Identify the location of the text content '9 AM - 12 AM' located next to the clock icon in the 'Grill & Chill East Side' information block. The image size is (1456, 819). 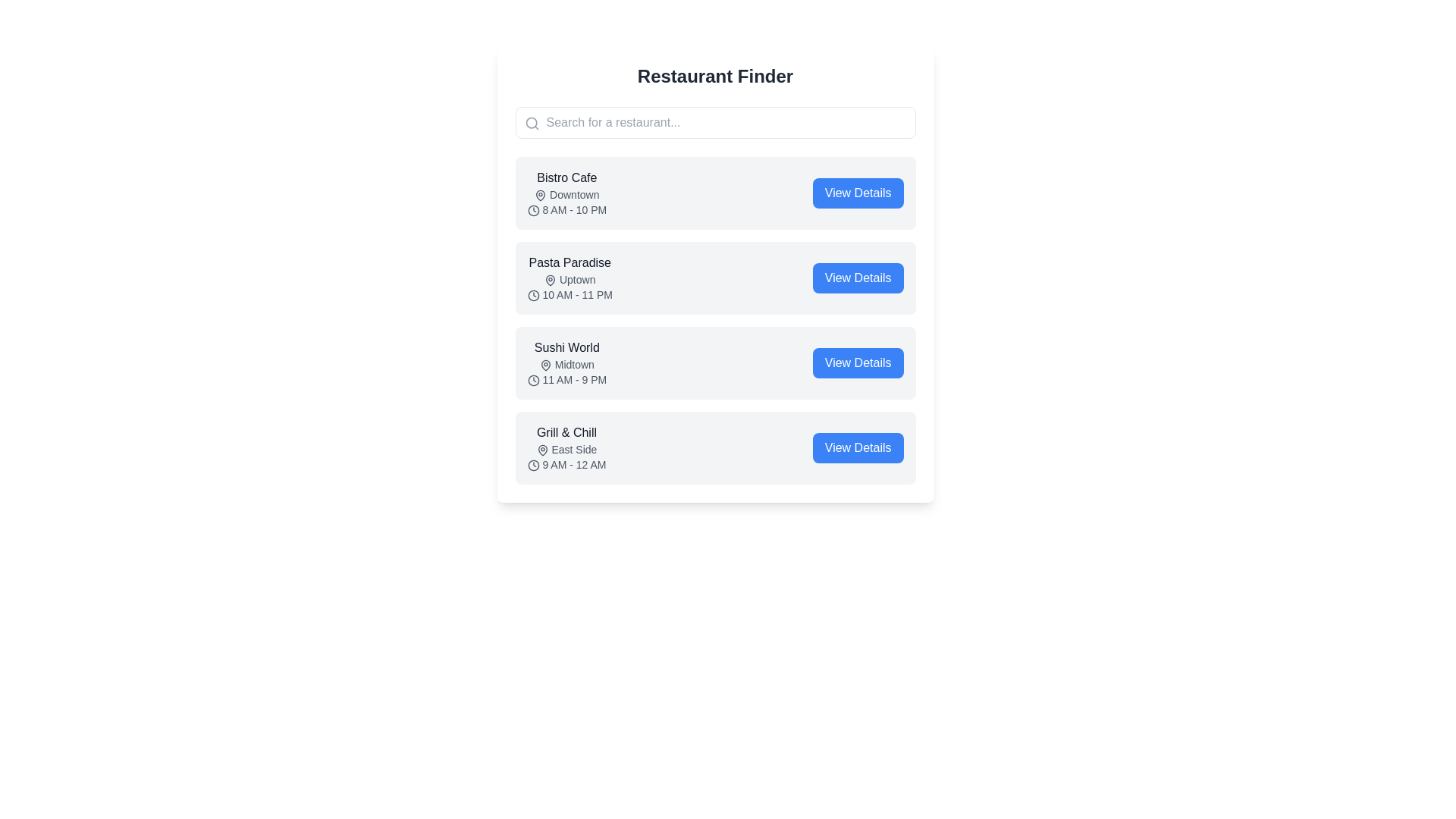
(566, 464).